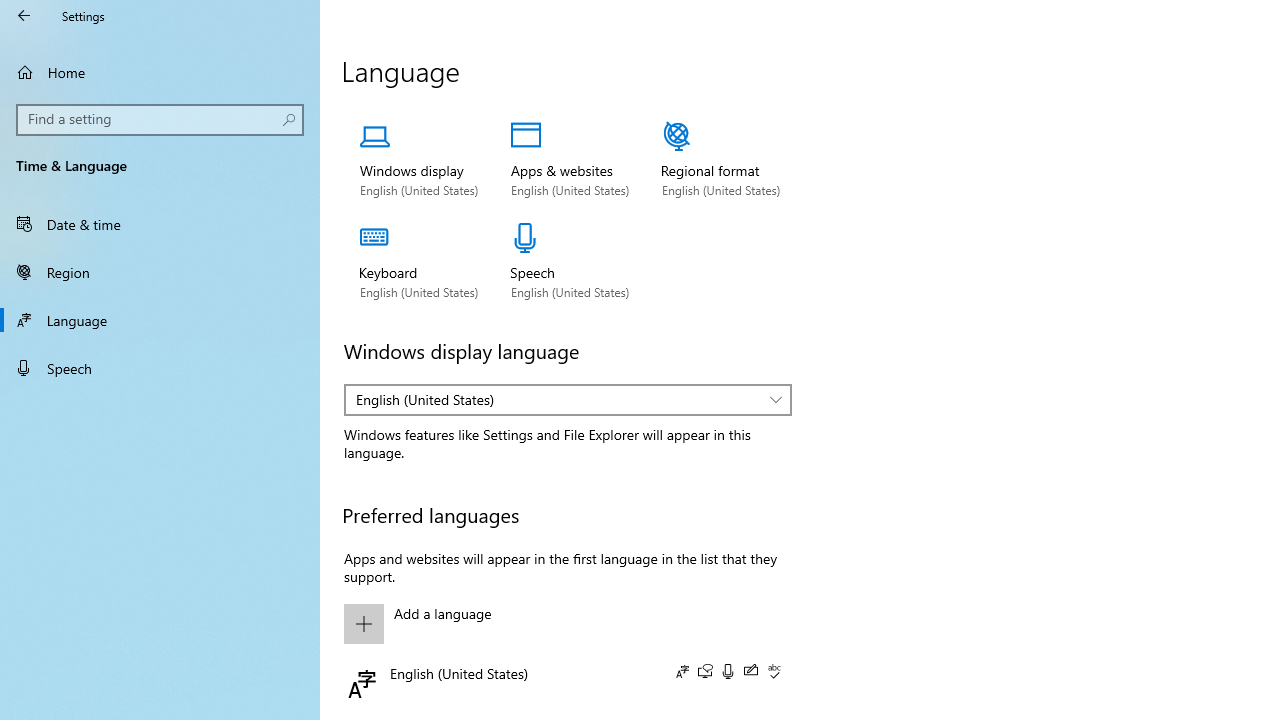 This screenshot has height=720, width=1280. Describe the element at coordinates (558, 399) in the screenshot. I see `'English (United States)'` at that location.